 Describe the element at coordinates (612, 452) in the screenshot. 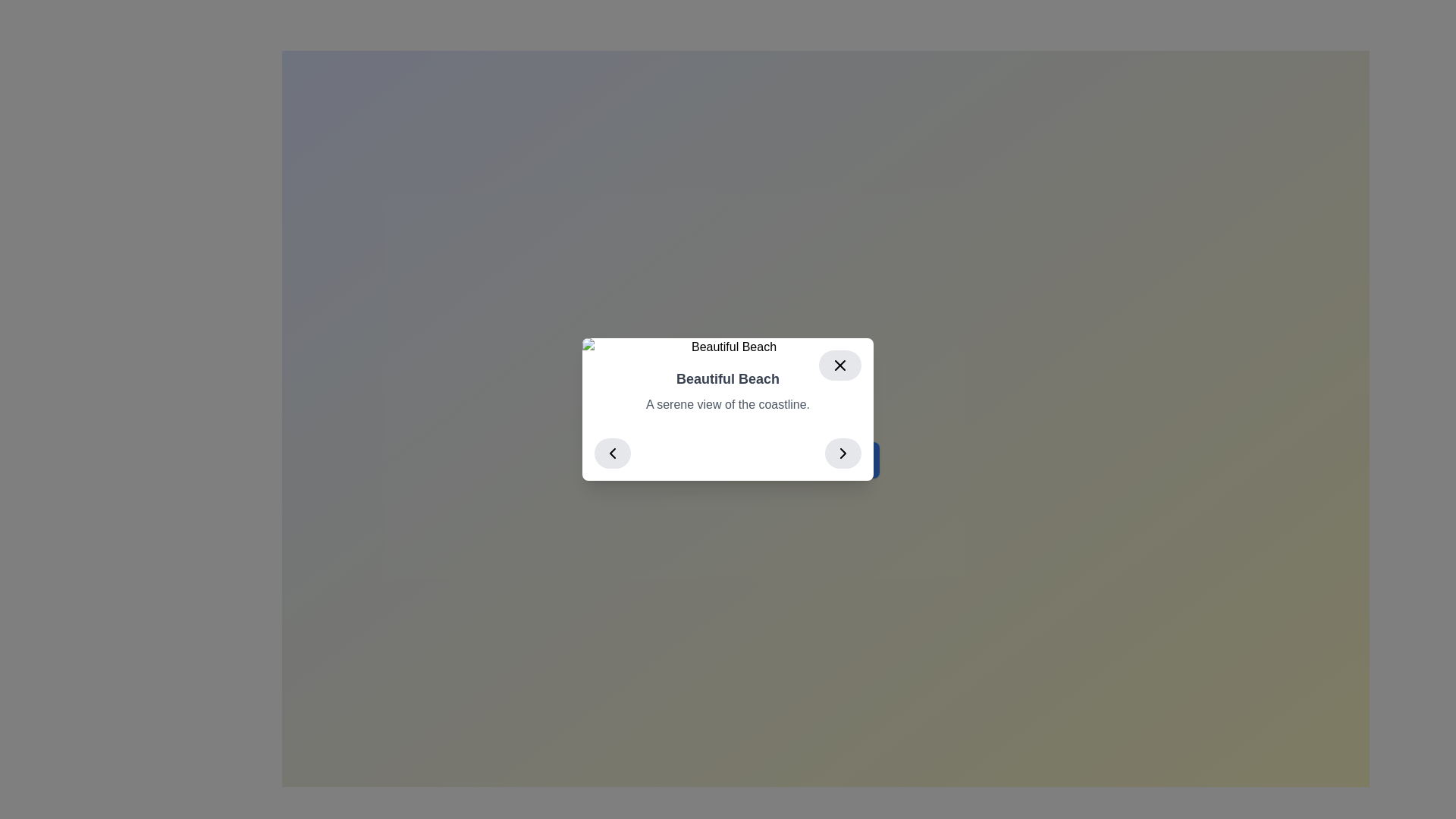

I see `the left navigation icon located at the bottom-left of the card interface` at that location.